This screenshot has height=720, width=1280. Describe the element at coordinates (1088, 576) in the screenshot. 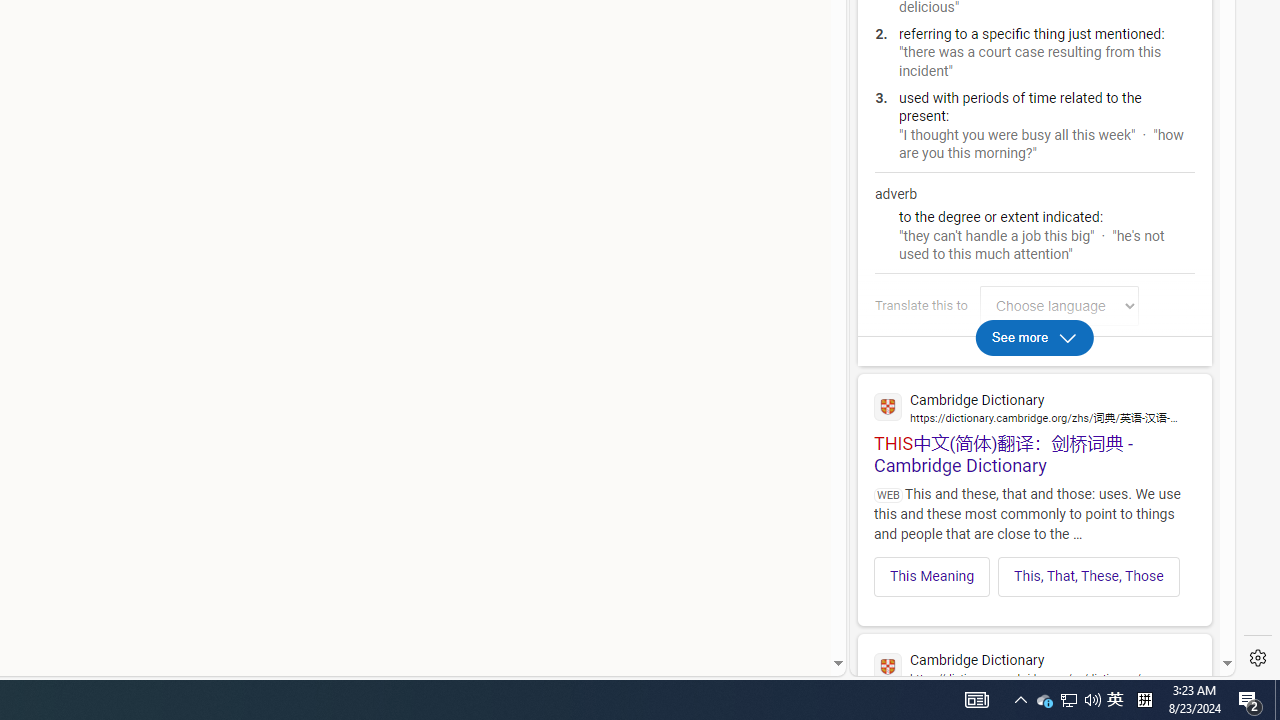

I see `'This, That, These, Those'` at that location.